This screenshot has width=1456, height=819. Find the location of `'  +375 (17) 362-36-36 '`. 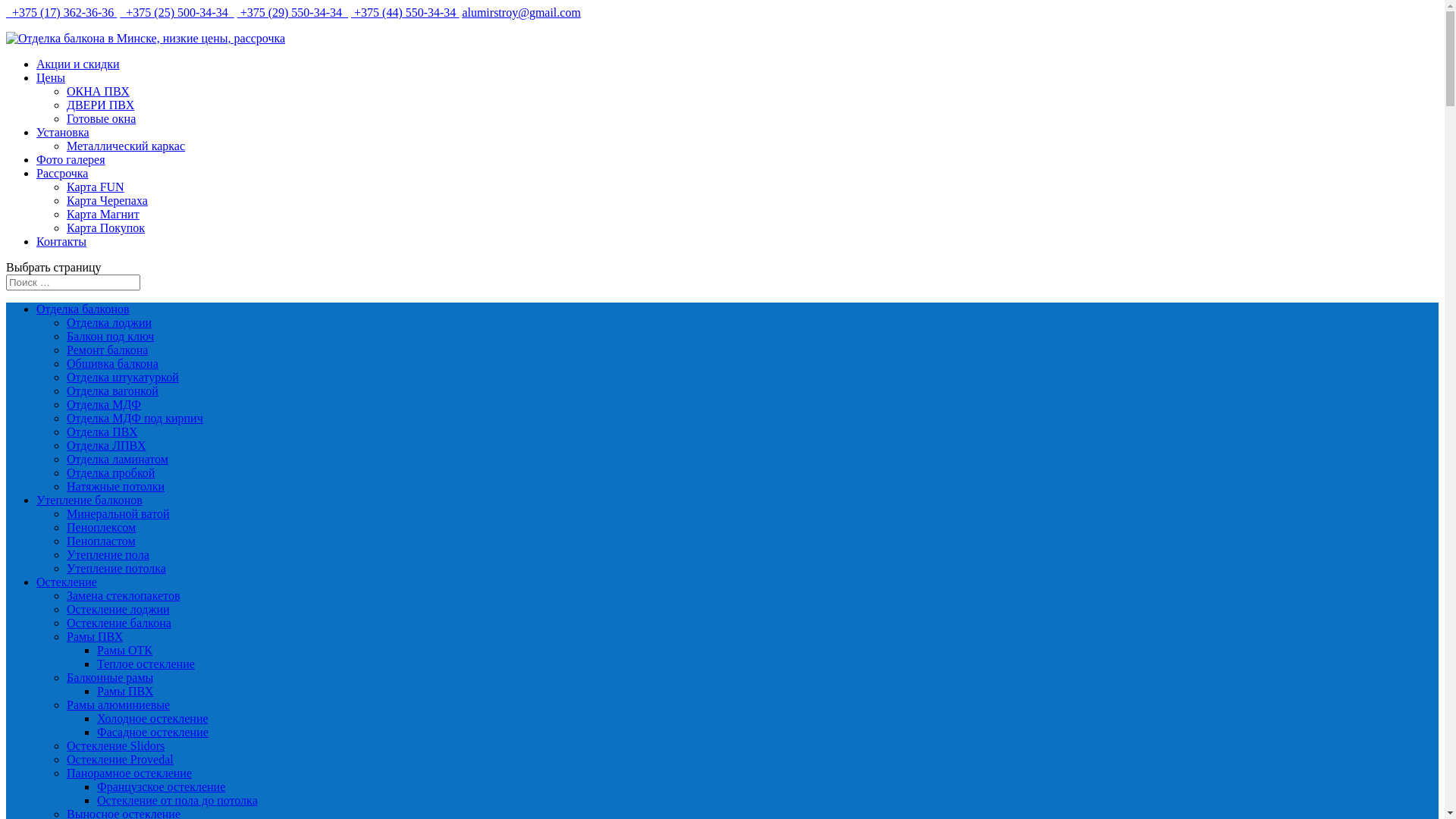

'  +375 (17) 362-36-36 ' is located at coordinates (6, 12).